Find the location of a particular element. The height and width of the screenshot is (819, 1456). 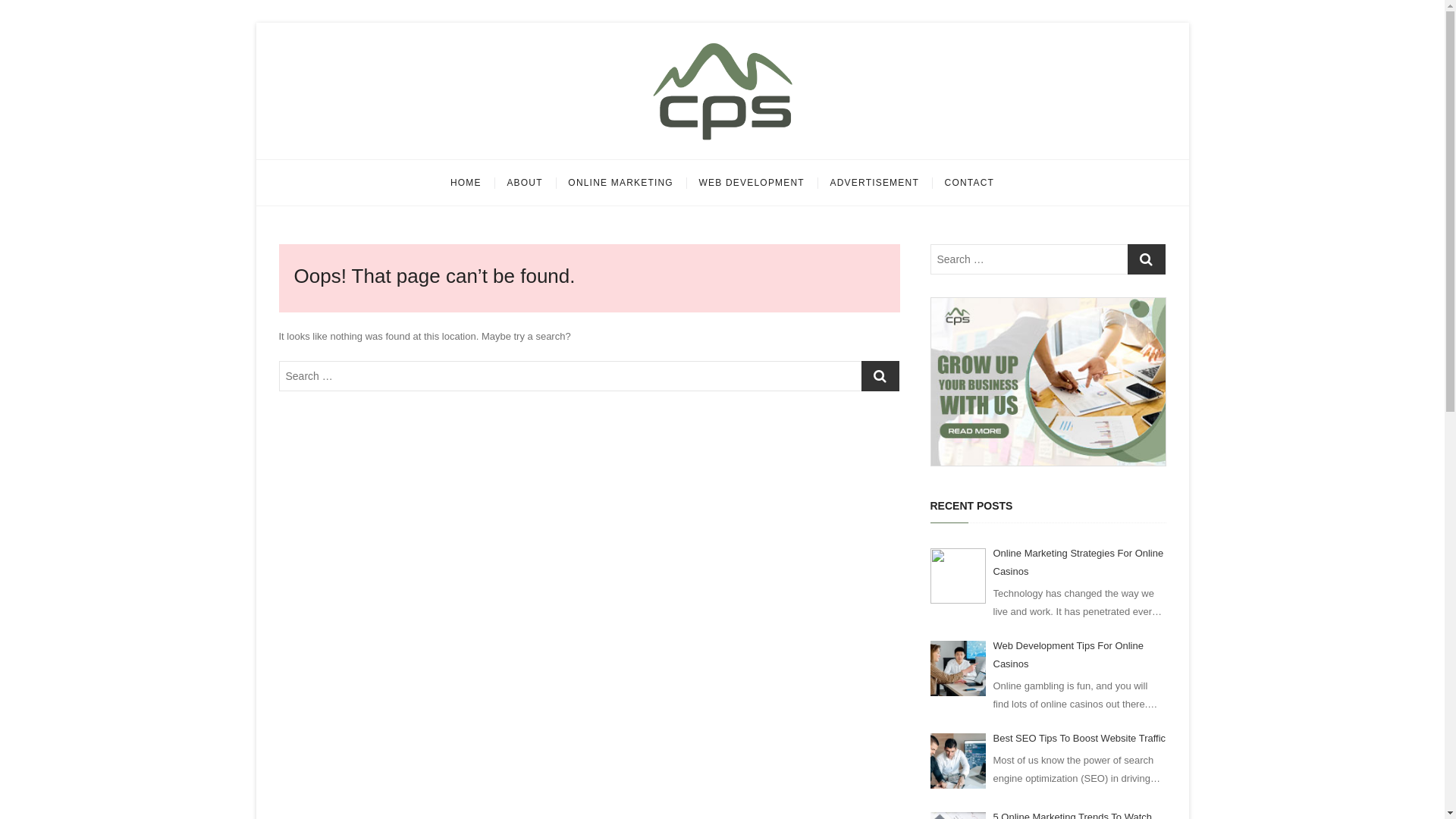

'Best SEO Tips To Boost Website Traffic' is located at coordinates (993, 738).